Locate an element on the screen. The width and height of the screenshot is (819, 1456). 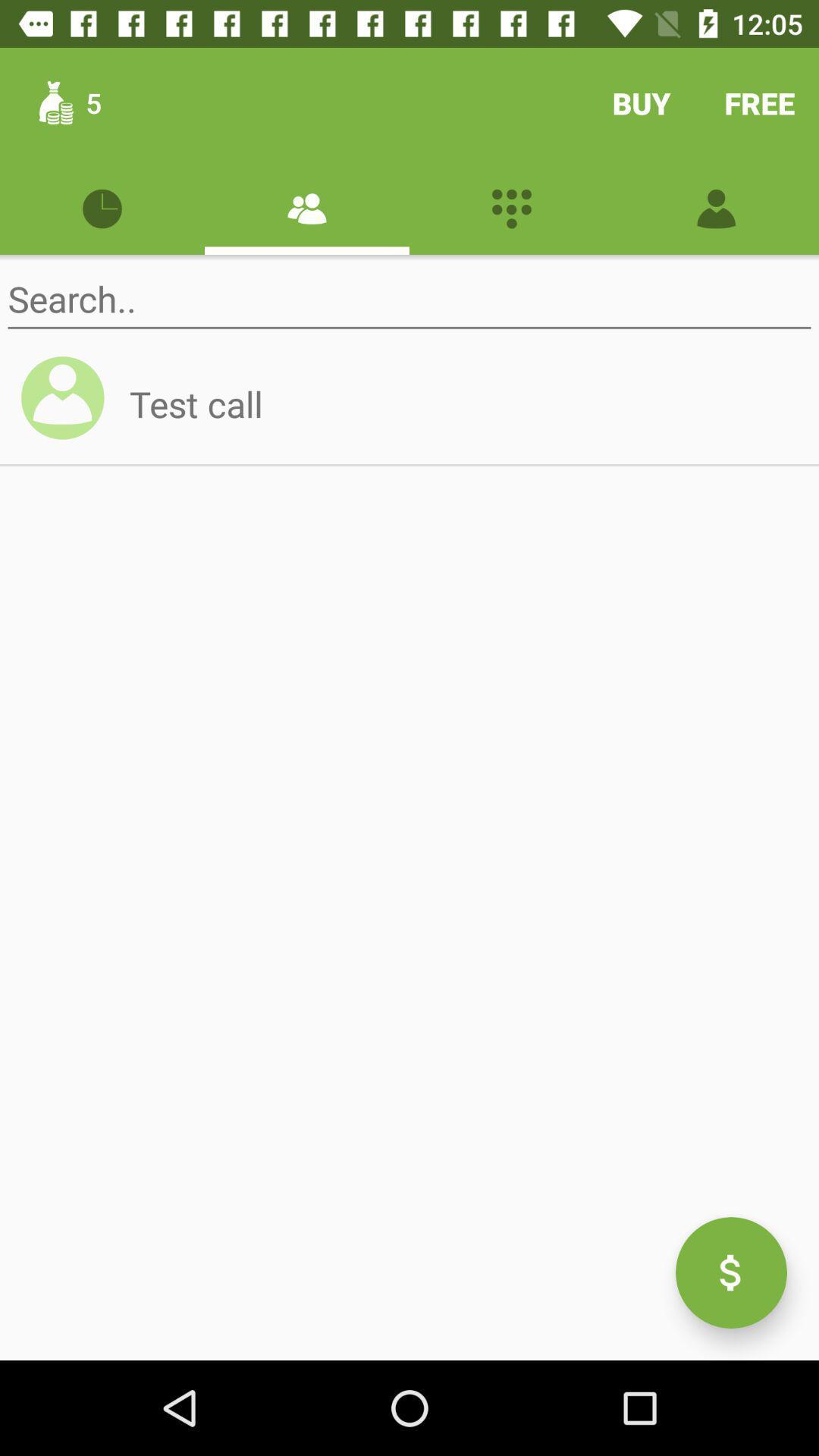
the icon next to test call item is located at coordinates (69, 404).